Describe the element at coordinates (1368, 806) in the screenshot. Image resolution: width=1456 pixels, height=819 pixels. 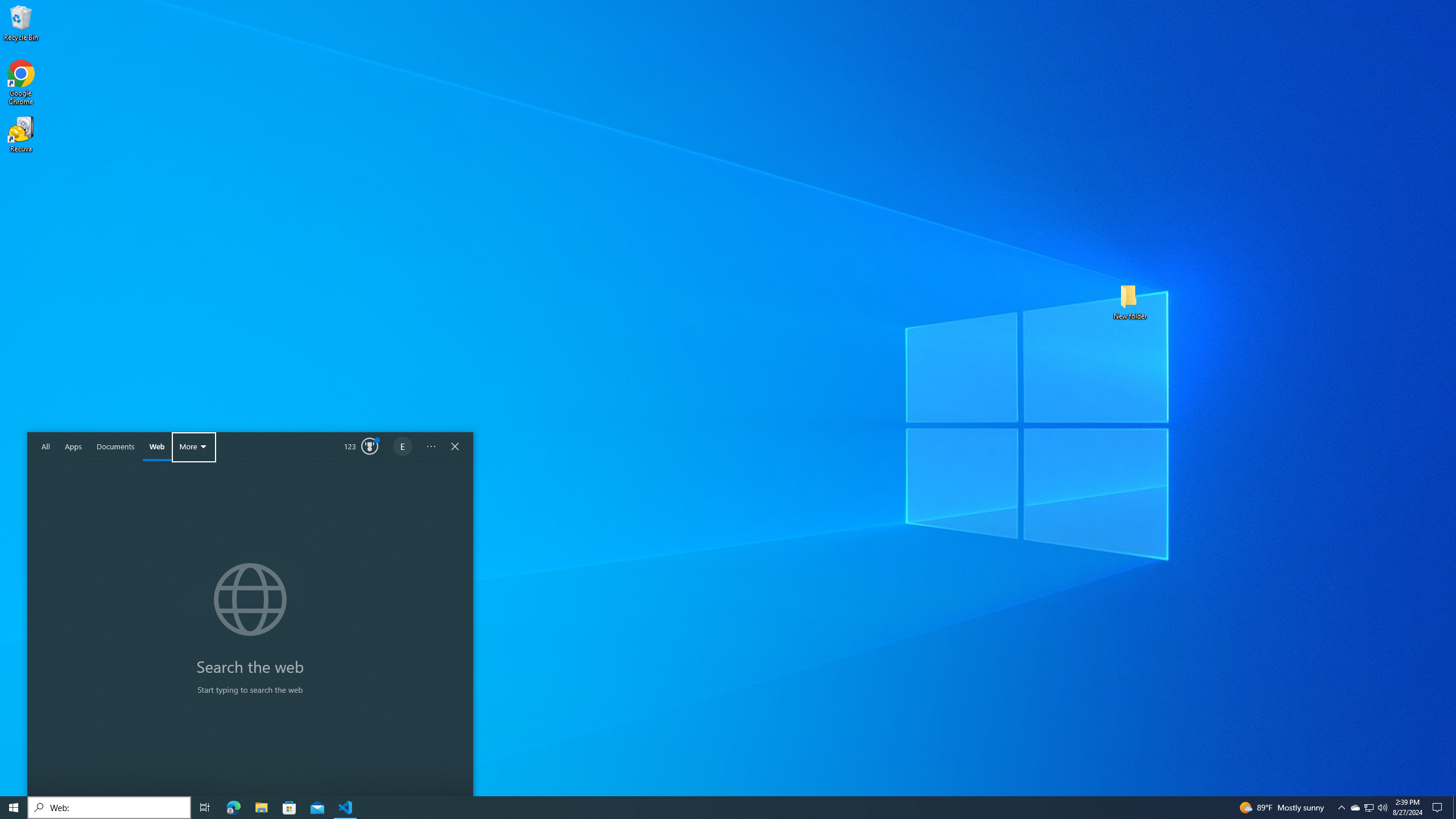
I see `'Notification Chevron'` at that location.